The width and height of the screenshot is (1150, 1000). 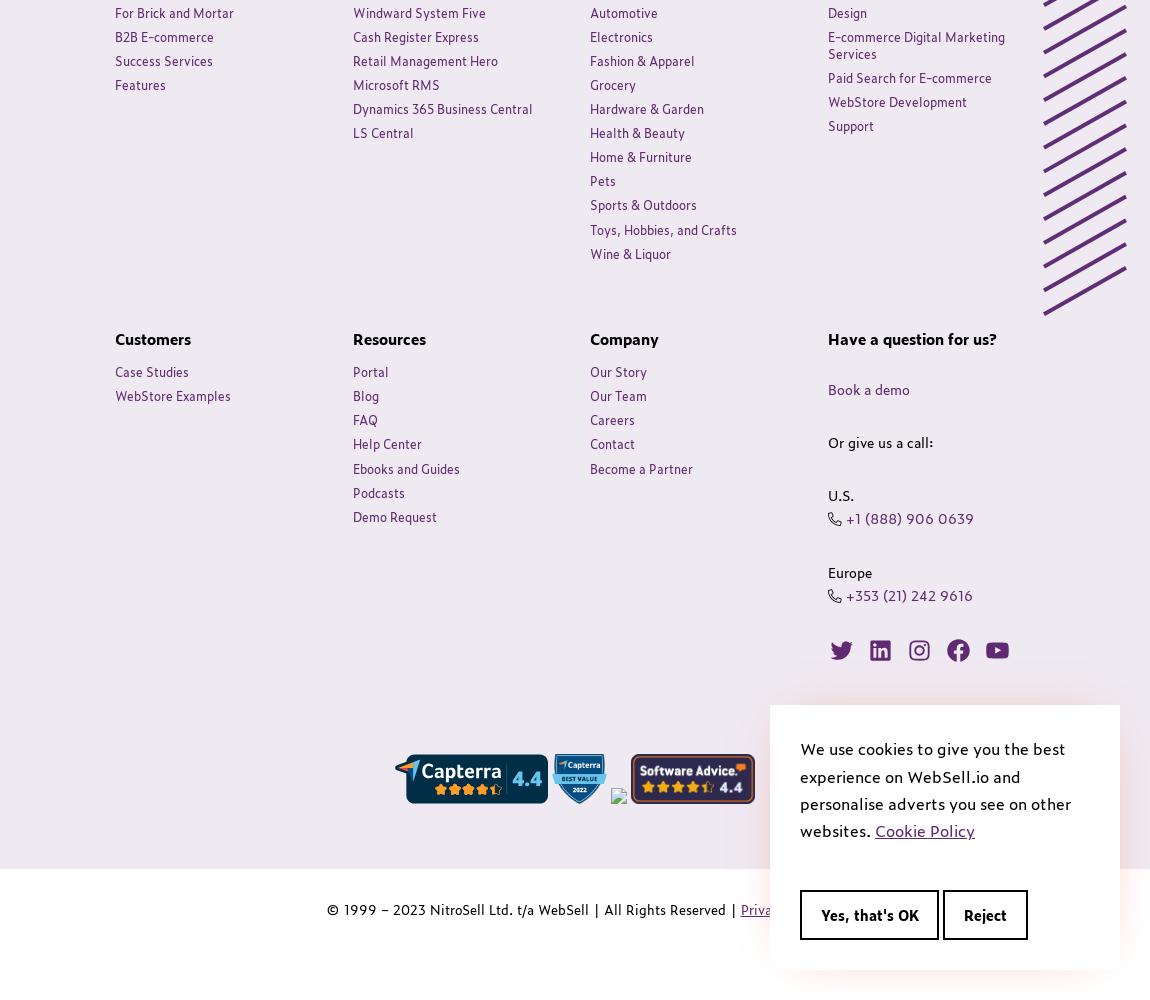 I want to click on 'Portal', so click(x=369, y=370).